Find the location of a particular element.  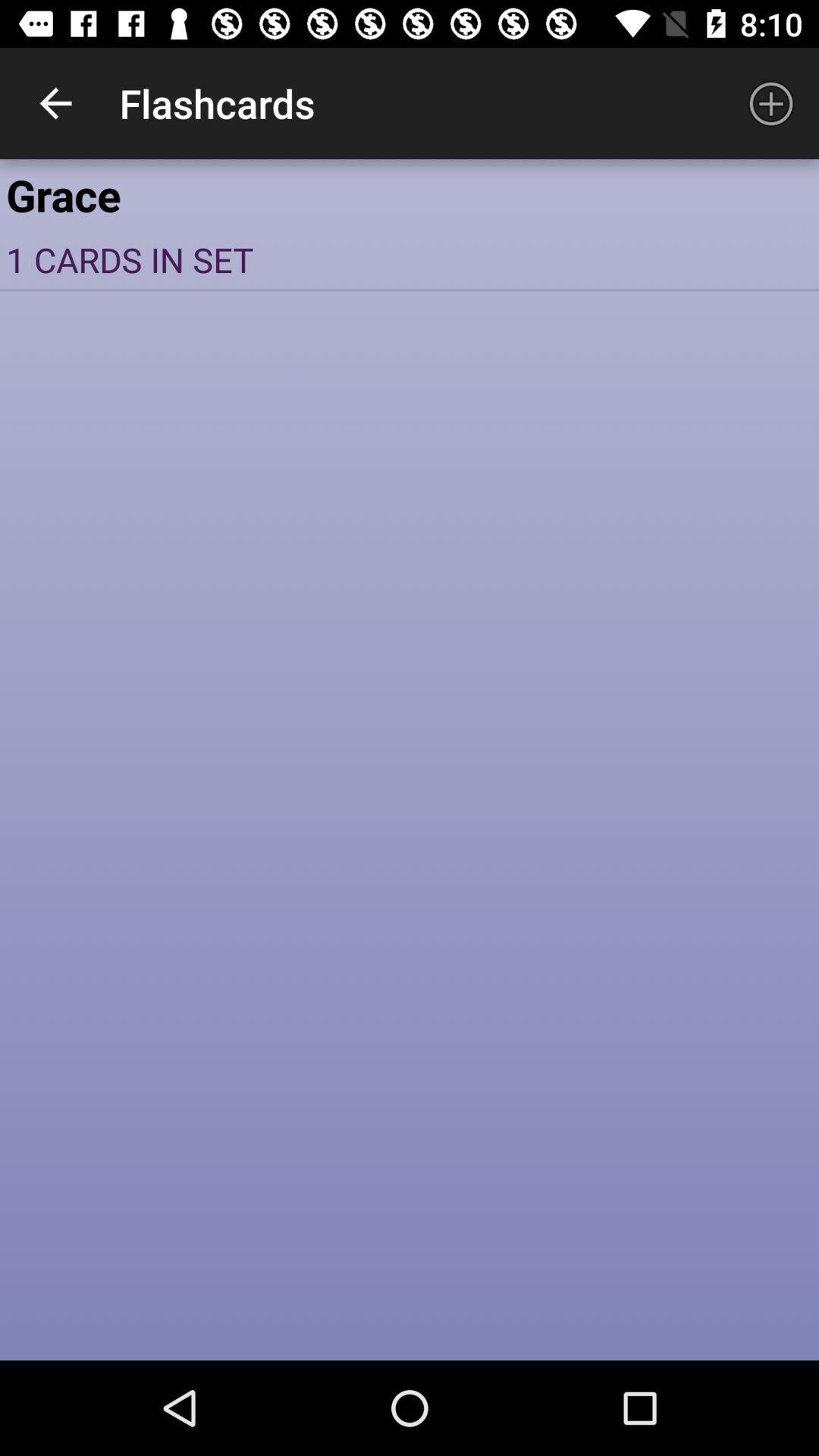

icon to the right of flashcards icon is located at coordinates (771, 102).